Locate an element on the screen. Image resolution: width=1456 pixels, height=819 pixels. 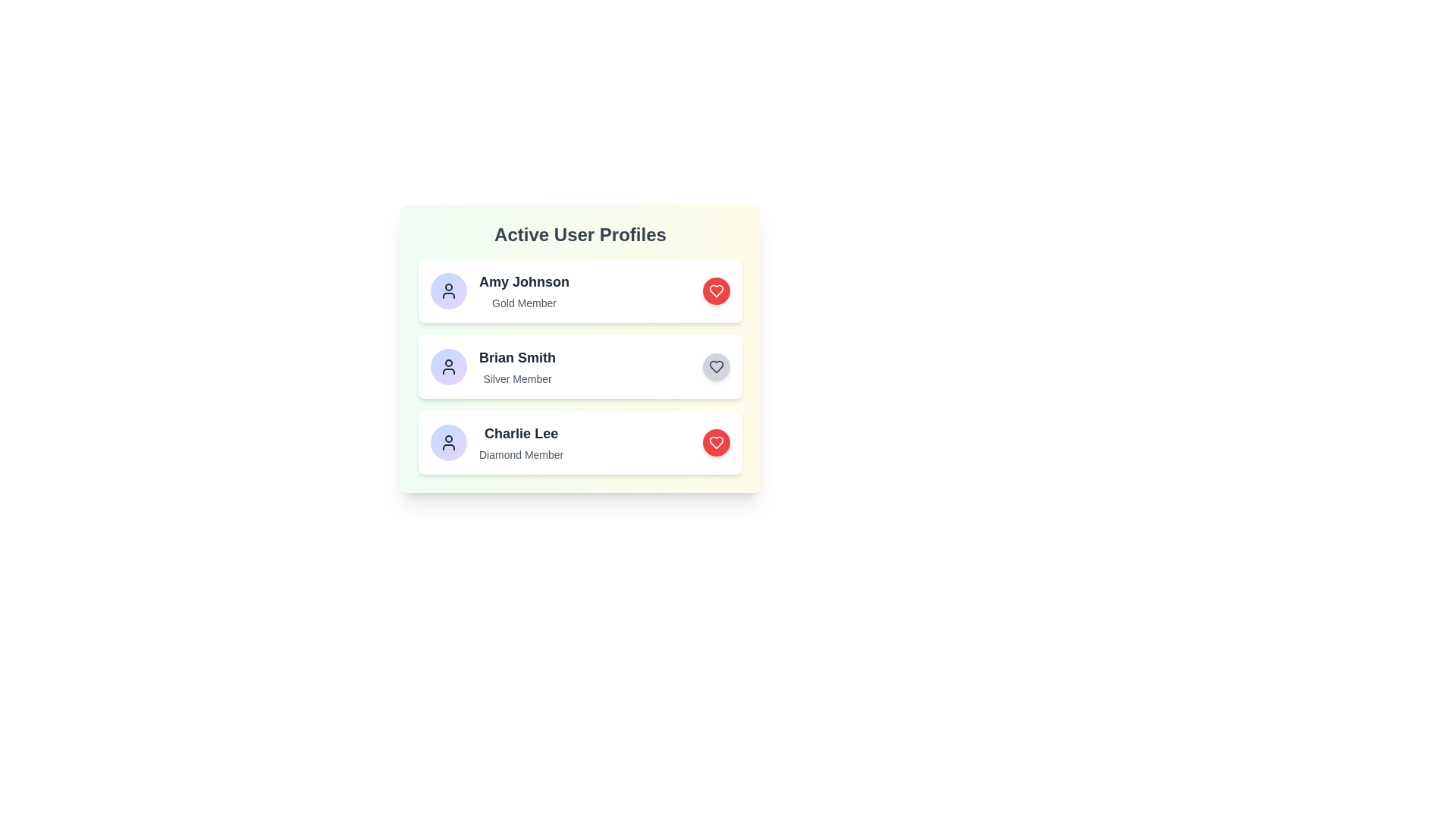
the circular user profile picture placeholder for 'Brian Smith', which has a blue to purple gradient and a dark gray user icon in the center is located at coordinates (447, 366).